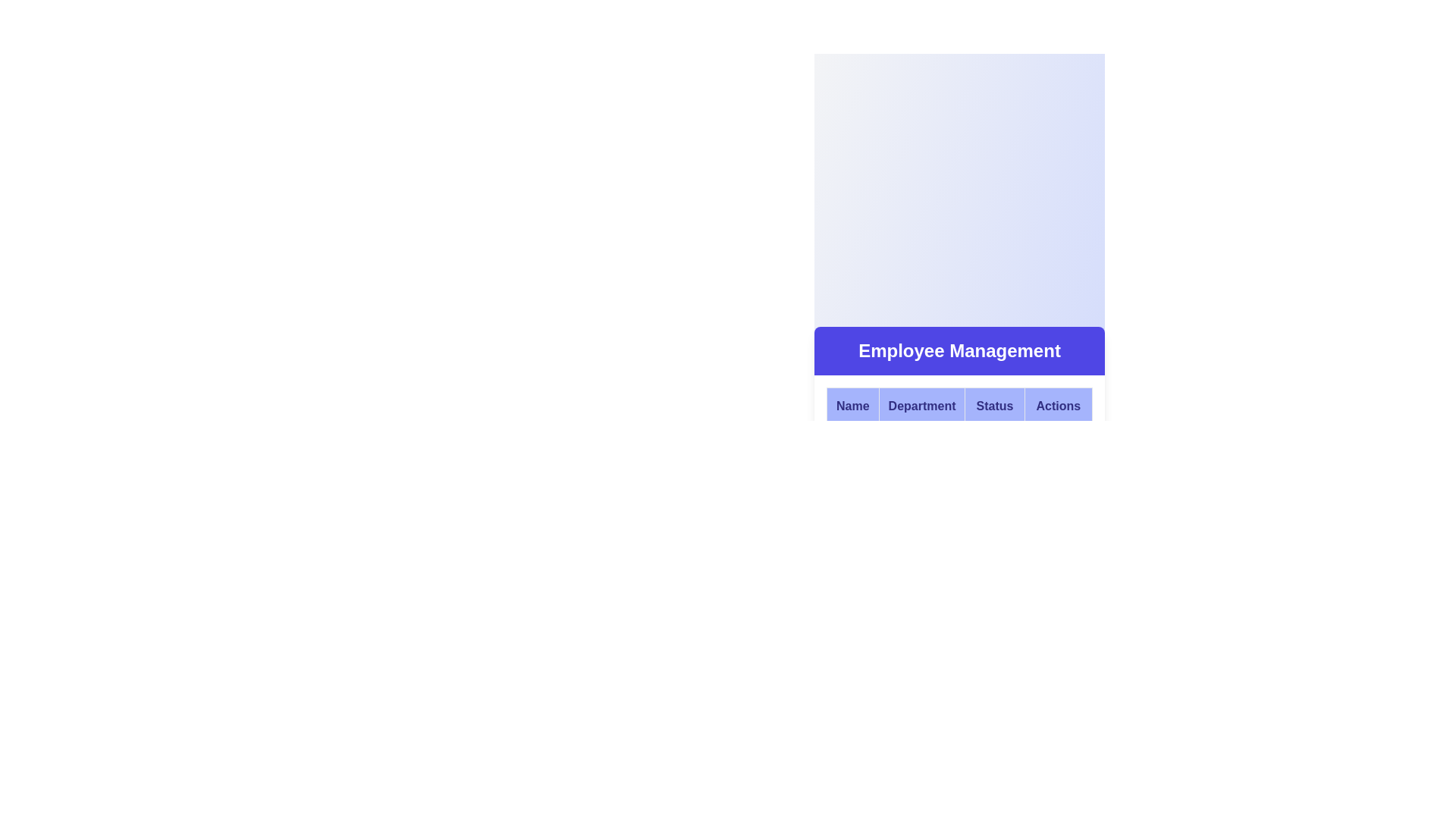  I want to click on the Table Header Cell with the light blue background and bold text stating 'Department', which is the second item in the header row of the table, so click(921, 405).